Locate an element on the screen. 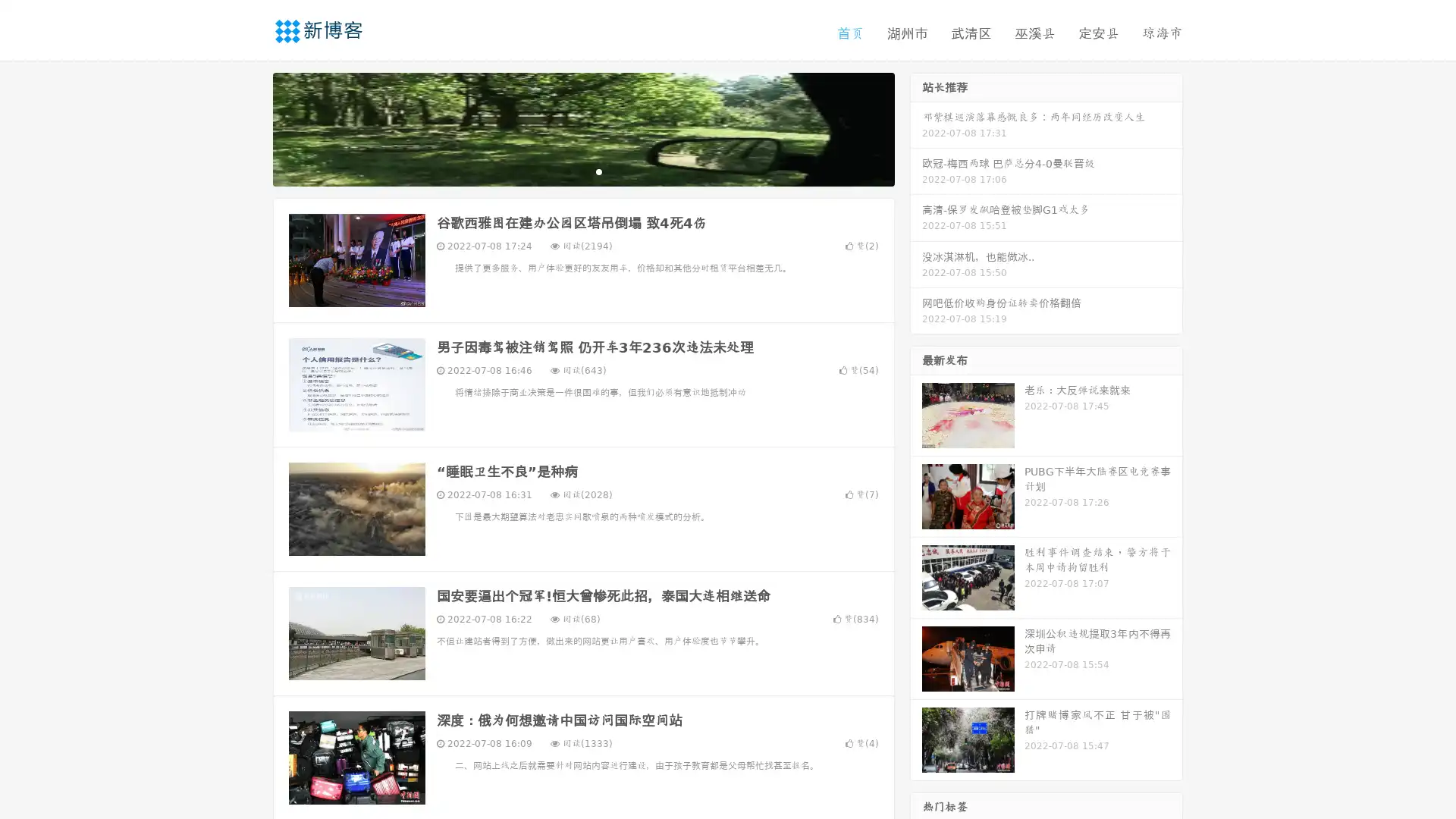 Image resolution: width=1456 pixels, height=819 pixels. Previous slide is located at coordinates (250, 127).